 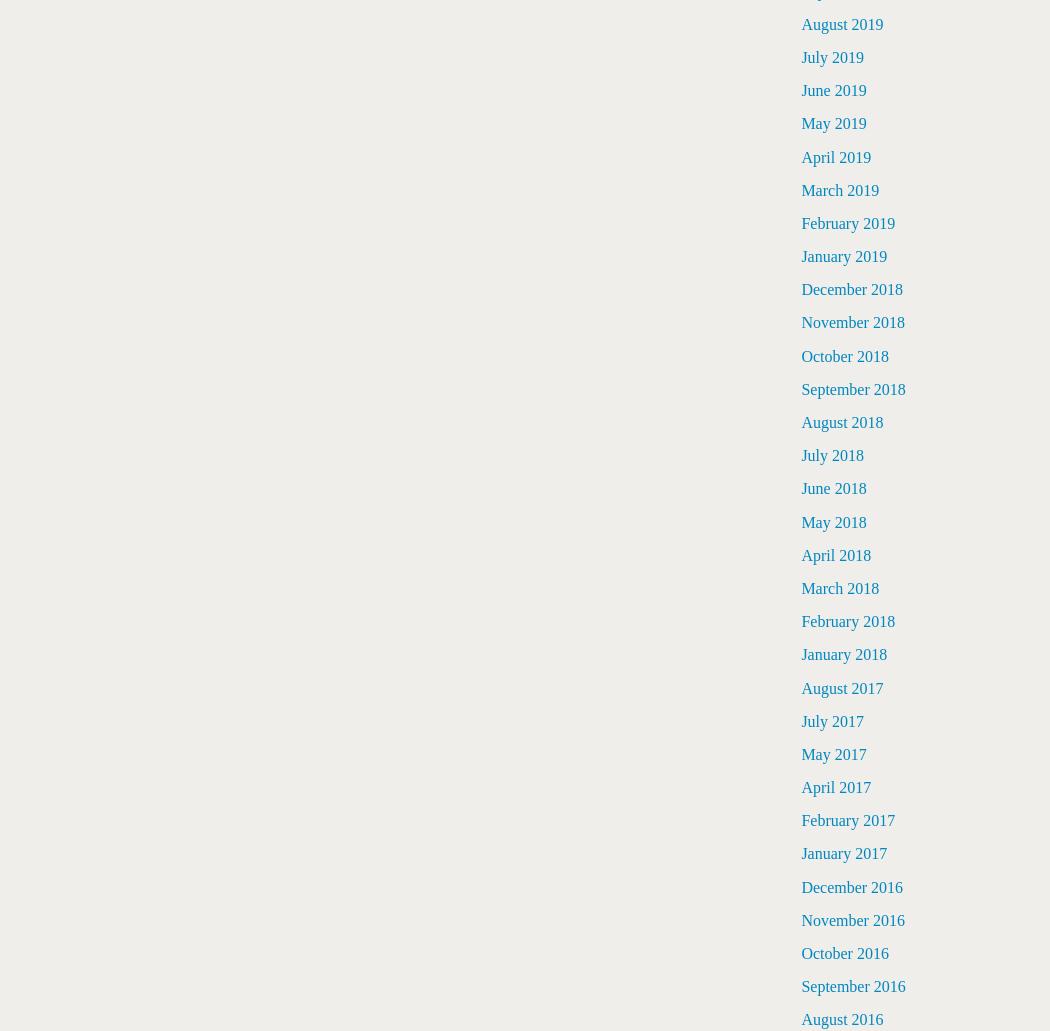 I want to click on 'November 2018', so click(x=852, y=321).